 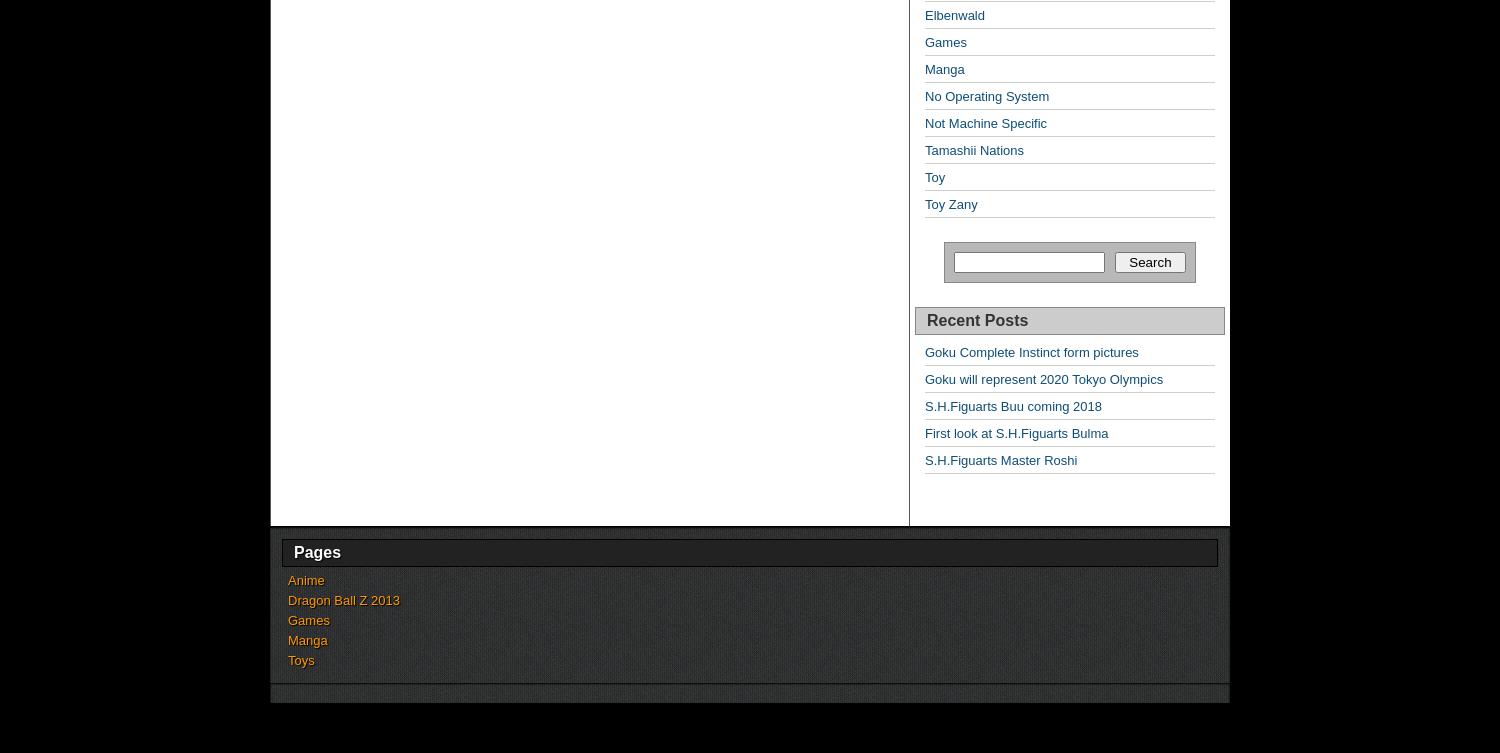 What do you see at coordinates (1031, 352) in the screenshot?
I see `'Goku Complete Instinct form pictures'` at bounding box center [1031, 352].